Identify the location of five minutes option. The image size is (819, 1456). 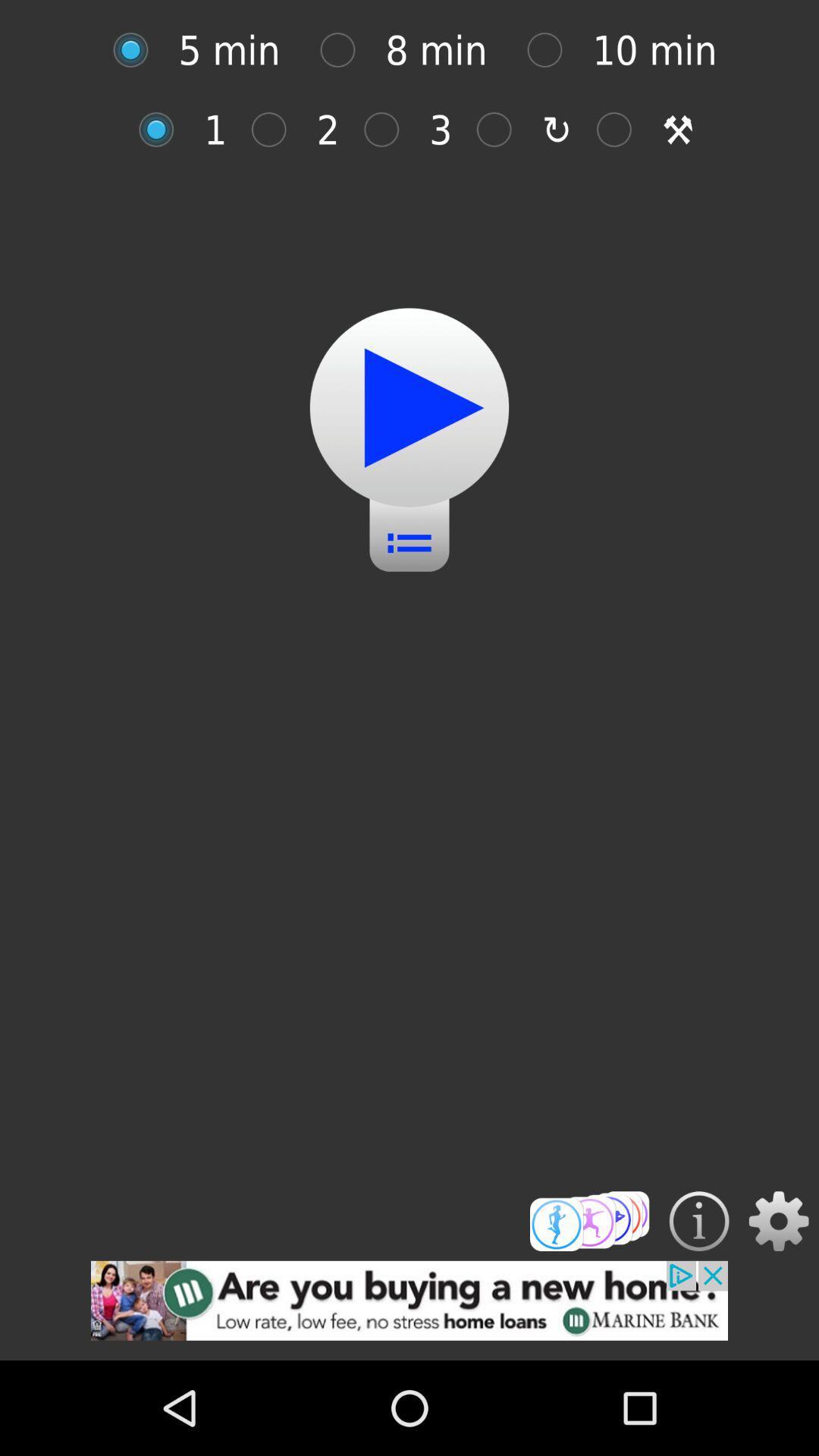
(138, 50).